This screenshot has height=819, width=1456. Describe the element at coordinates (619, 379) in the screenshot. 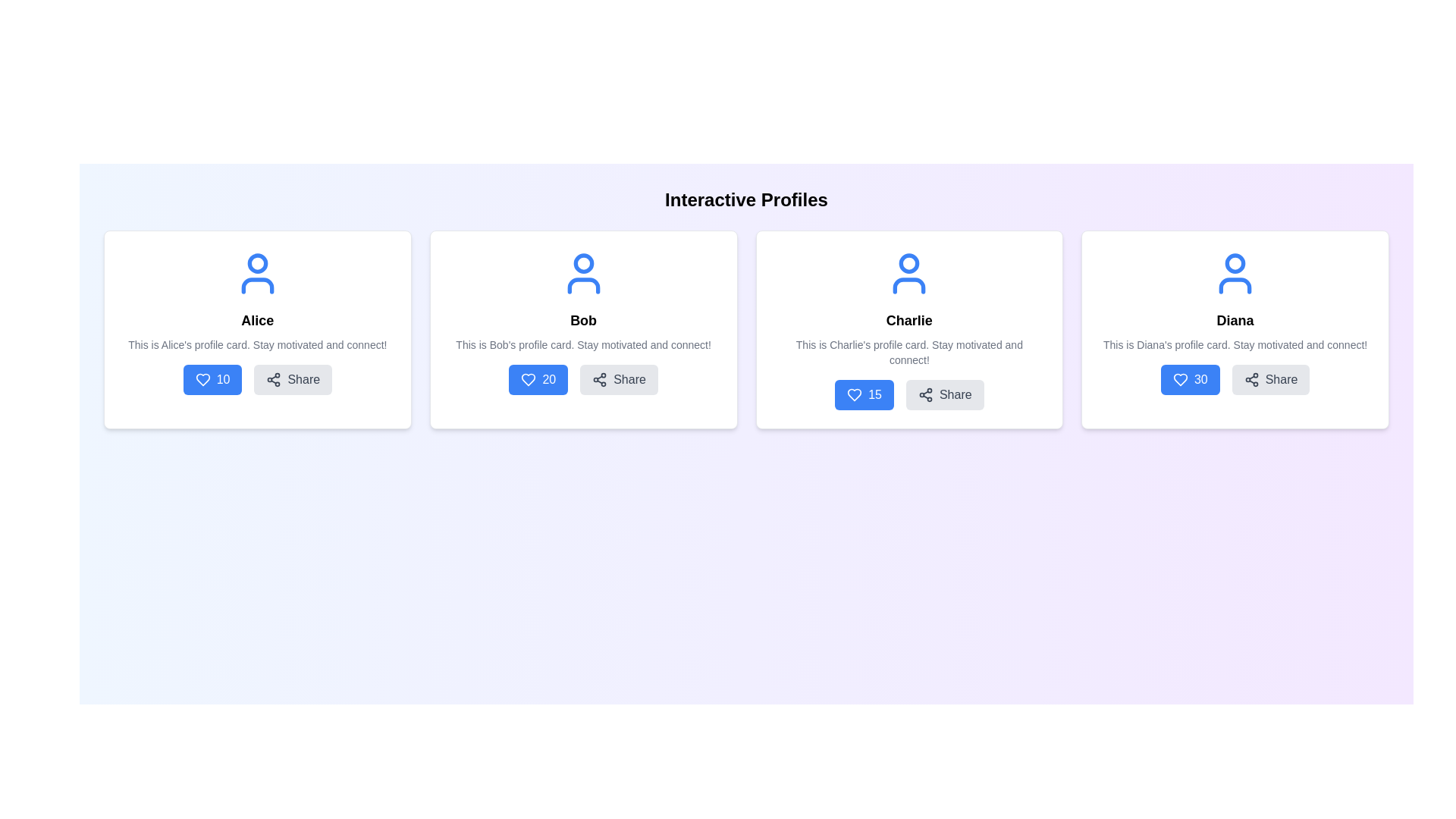

I see `the second interactive button in the profile card titled 'Bob'` at that location.